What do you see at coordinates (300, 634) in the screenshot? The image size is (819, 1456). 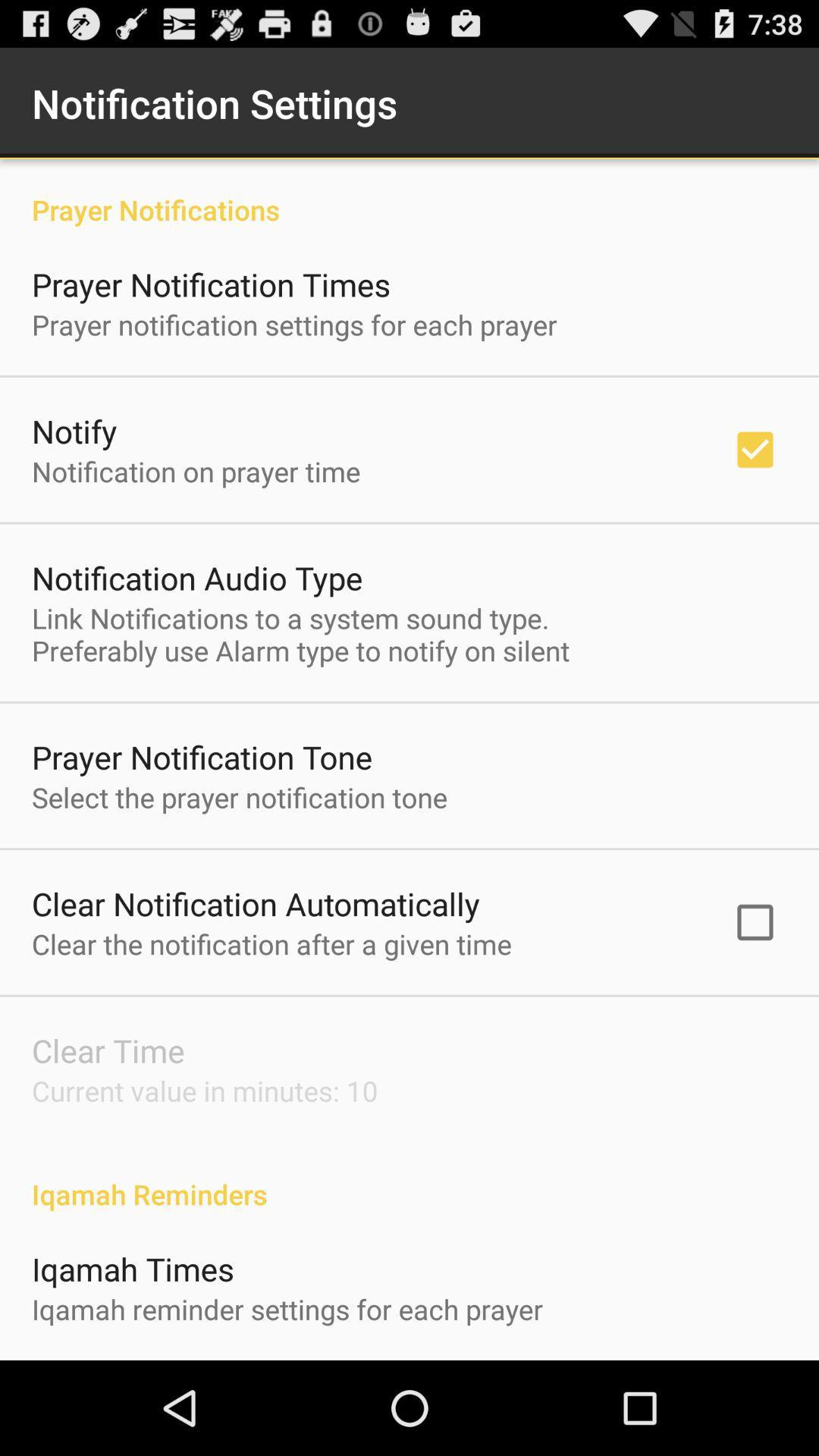 I see `the app below the notification audio type icon` at bounding box center [300, 634].